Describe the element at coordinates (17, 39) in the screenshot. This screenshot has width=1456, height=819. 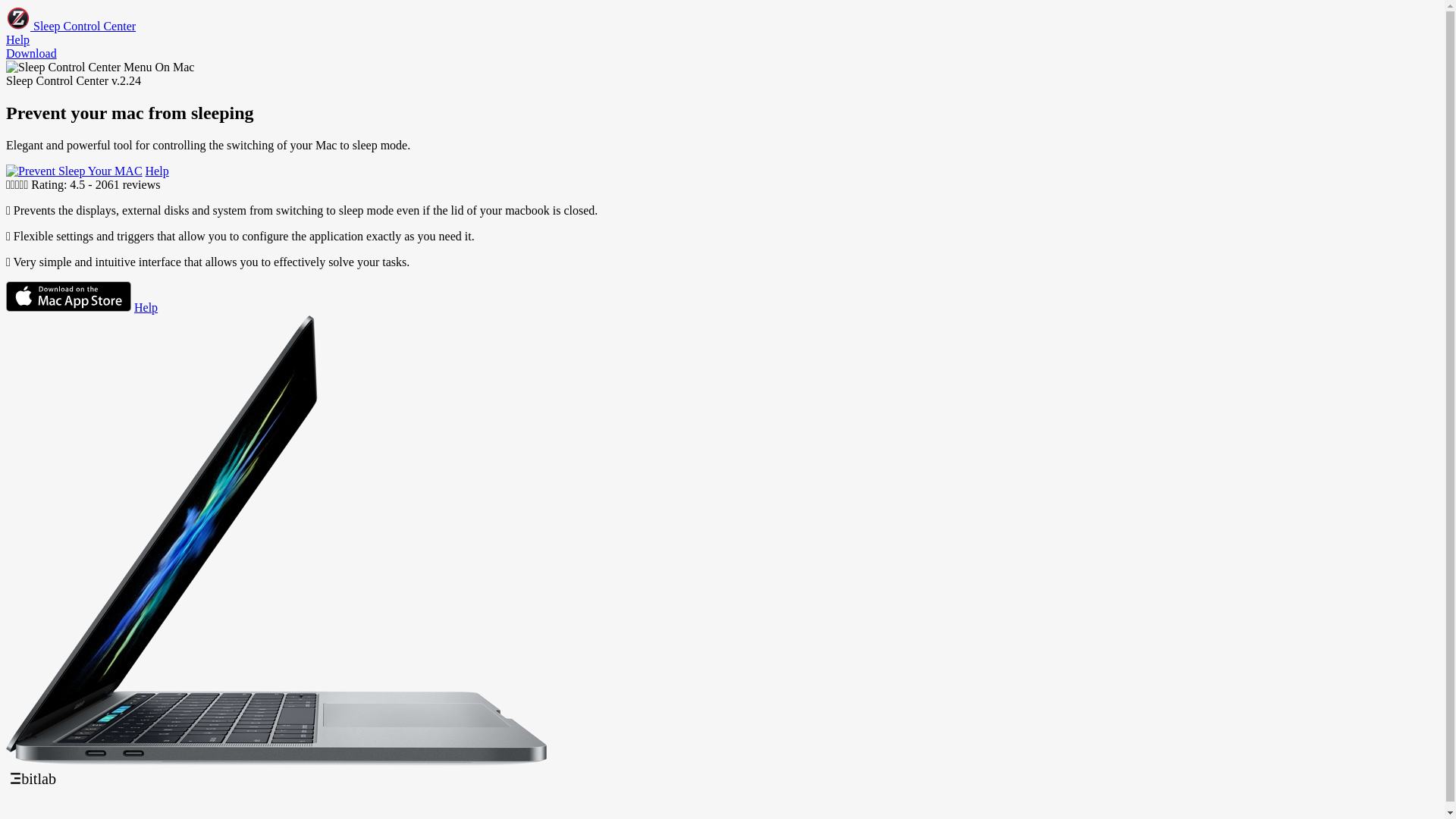
I see `'Help'` at that location.